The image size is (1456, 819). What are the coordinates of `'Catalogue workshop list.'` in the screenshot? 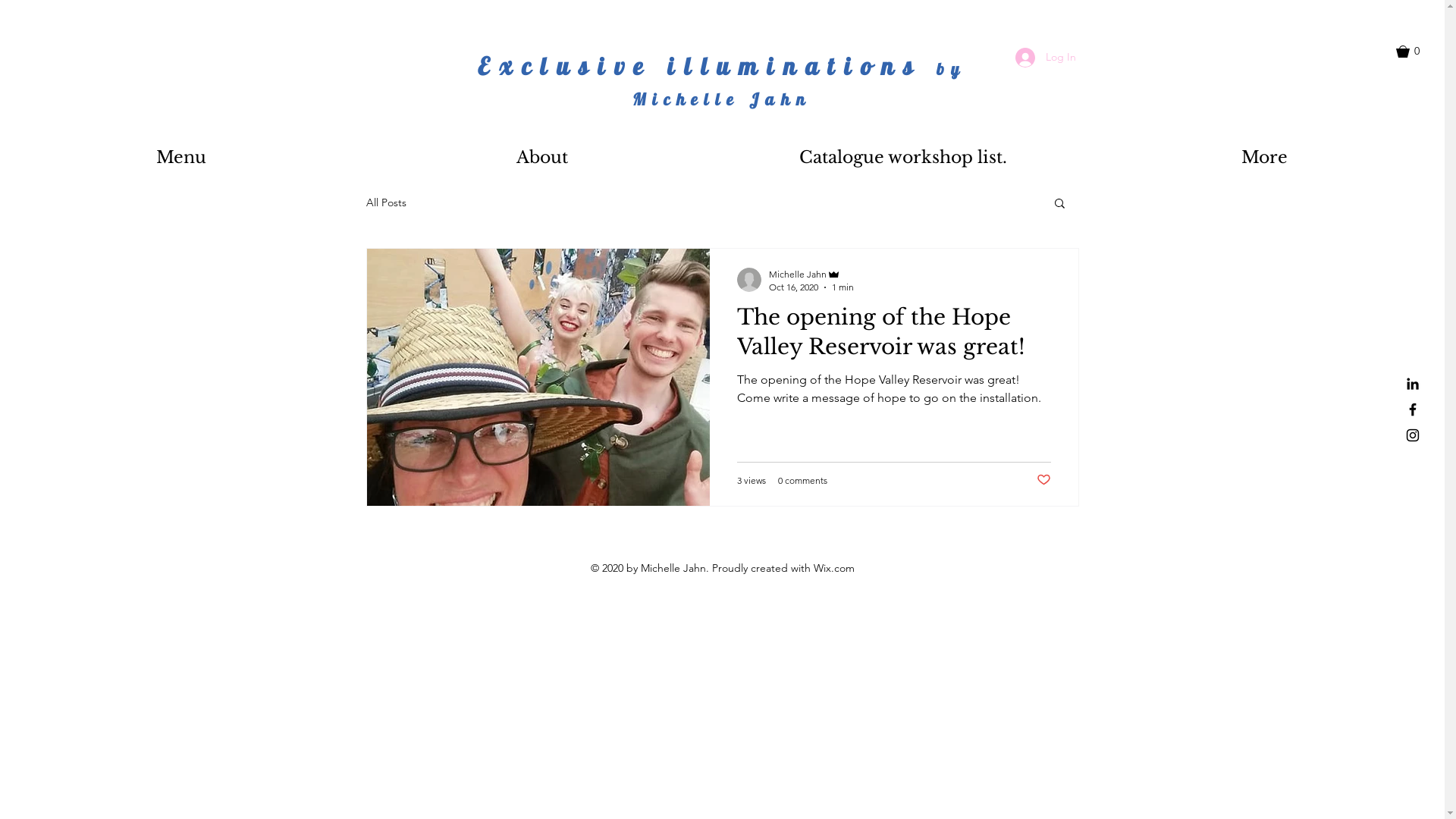 It's located at (902, 157).